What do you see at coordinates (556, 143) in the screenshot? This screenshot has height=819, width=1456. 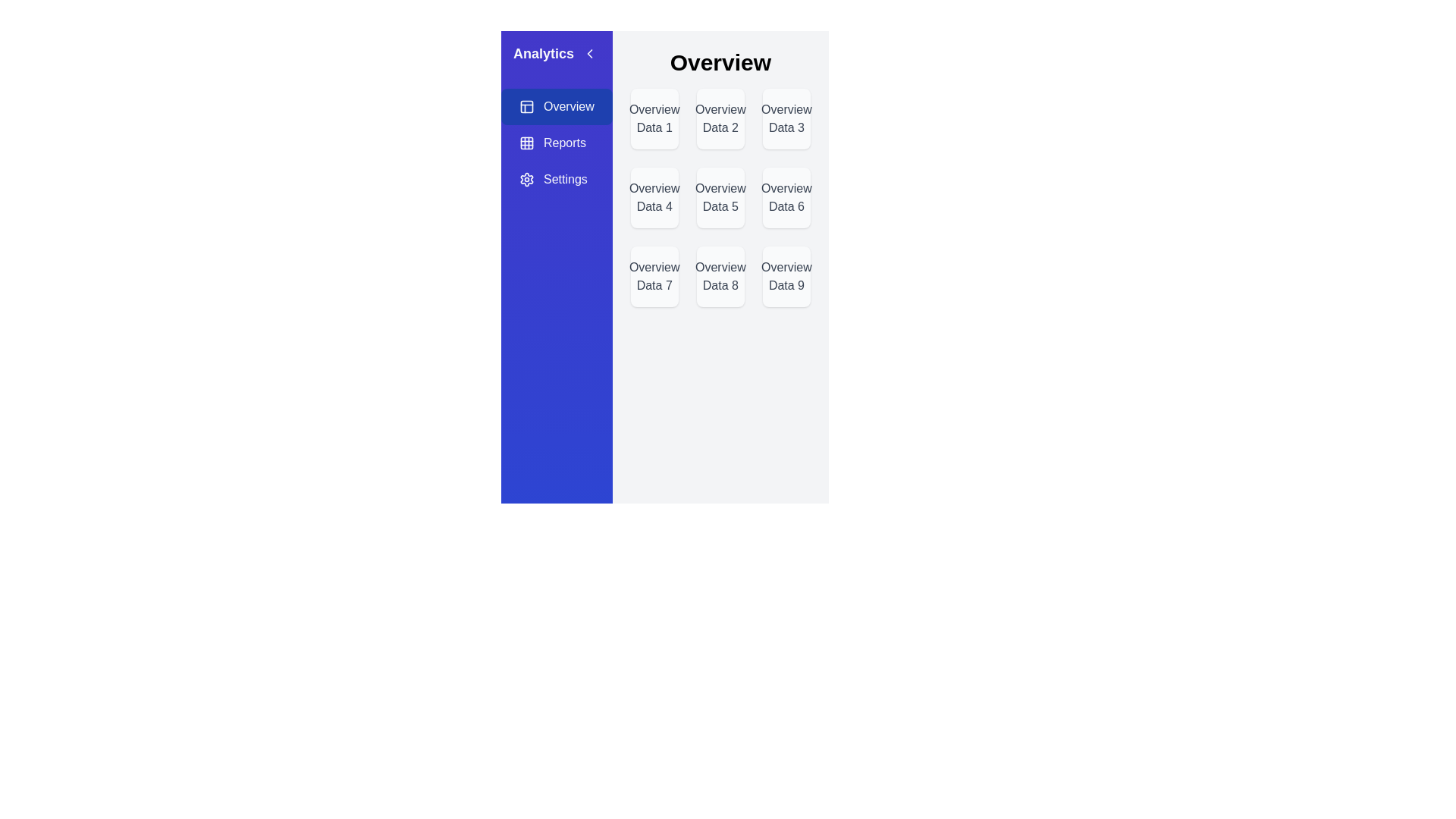 I see `the Reports view by clicking on the corresponding sidebar option` at bounding box center [556, 143].